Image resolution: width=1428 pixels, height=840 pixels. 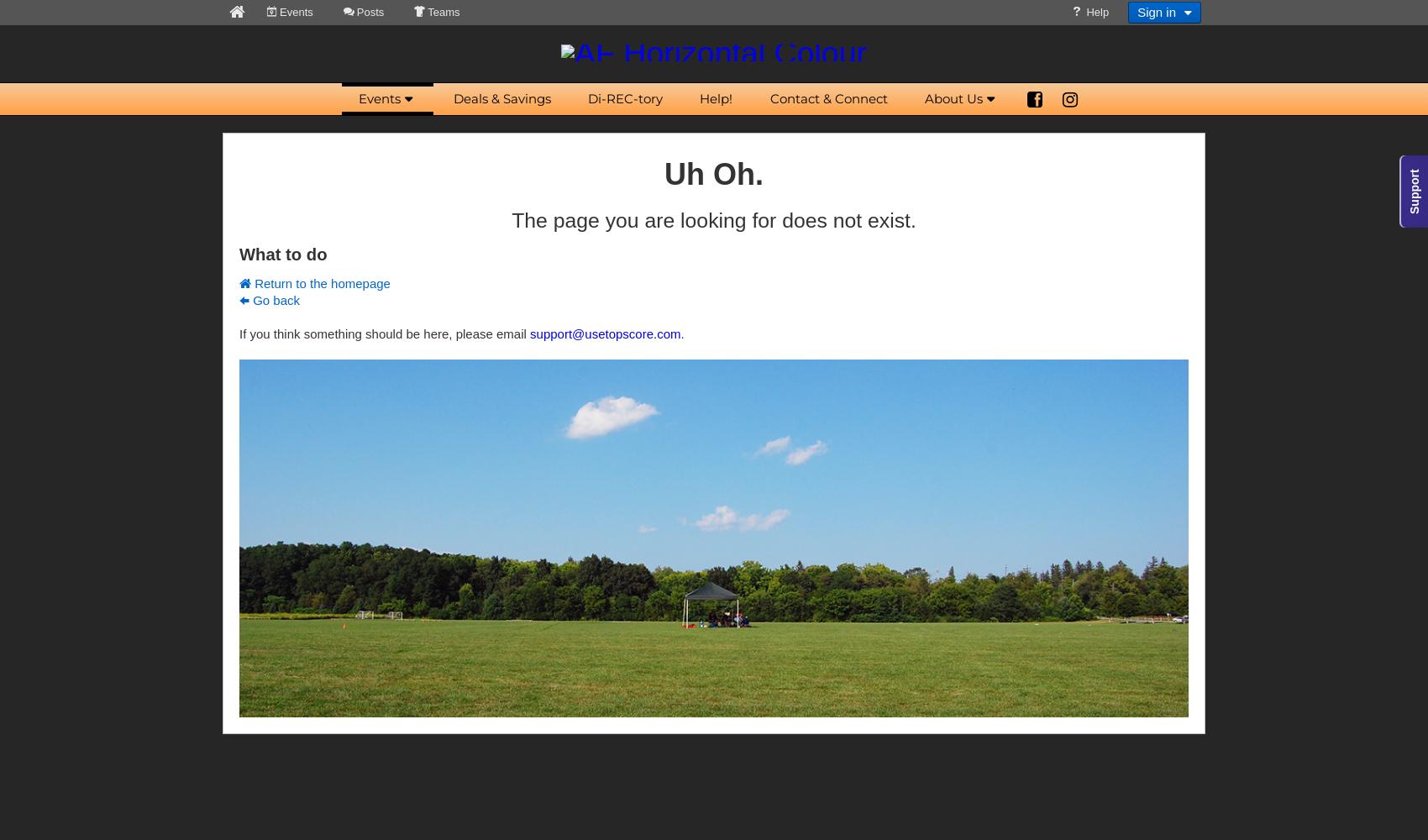 What do you see at coordinates (274, 299) in the screenshot?
I see `'Go back'` at bounding box center [274, 299].